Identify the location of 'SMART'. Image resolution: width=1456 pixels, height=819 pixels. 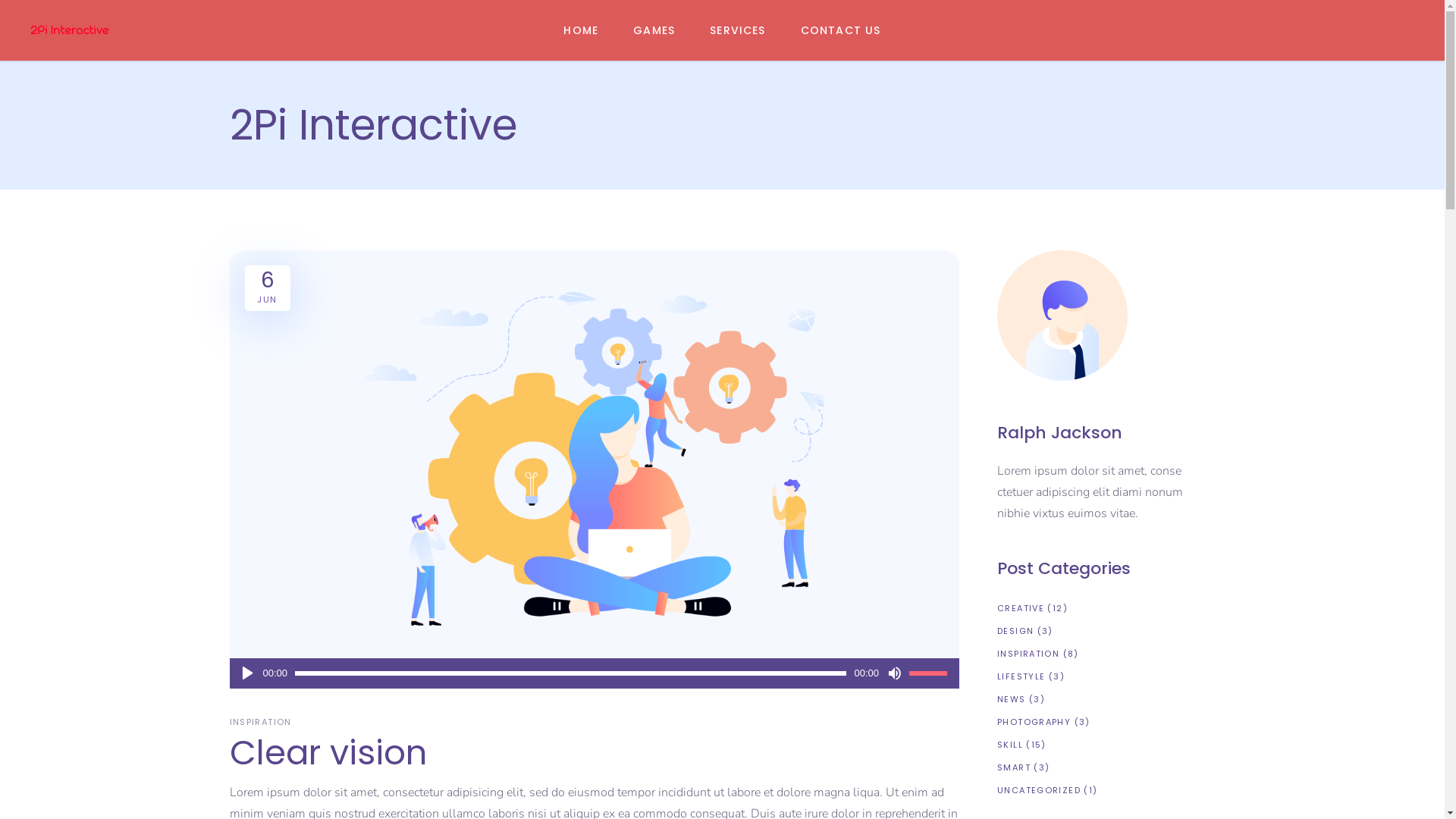
(997, 767).